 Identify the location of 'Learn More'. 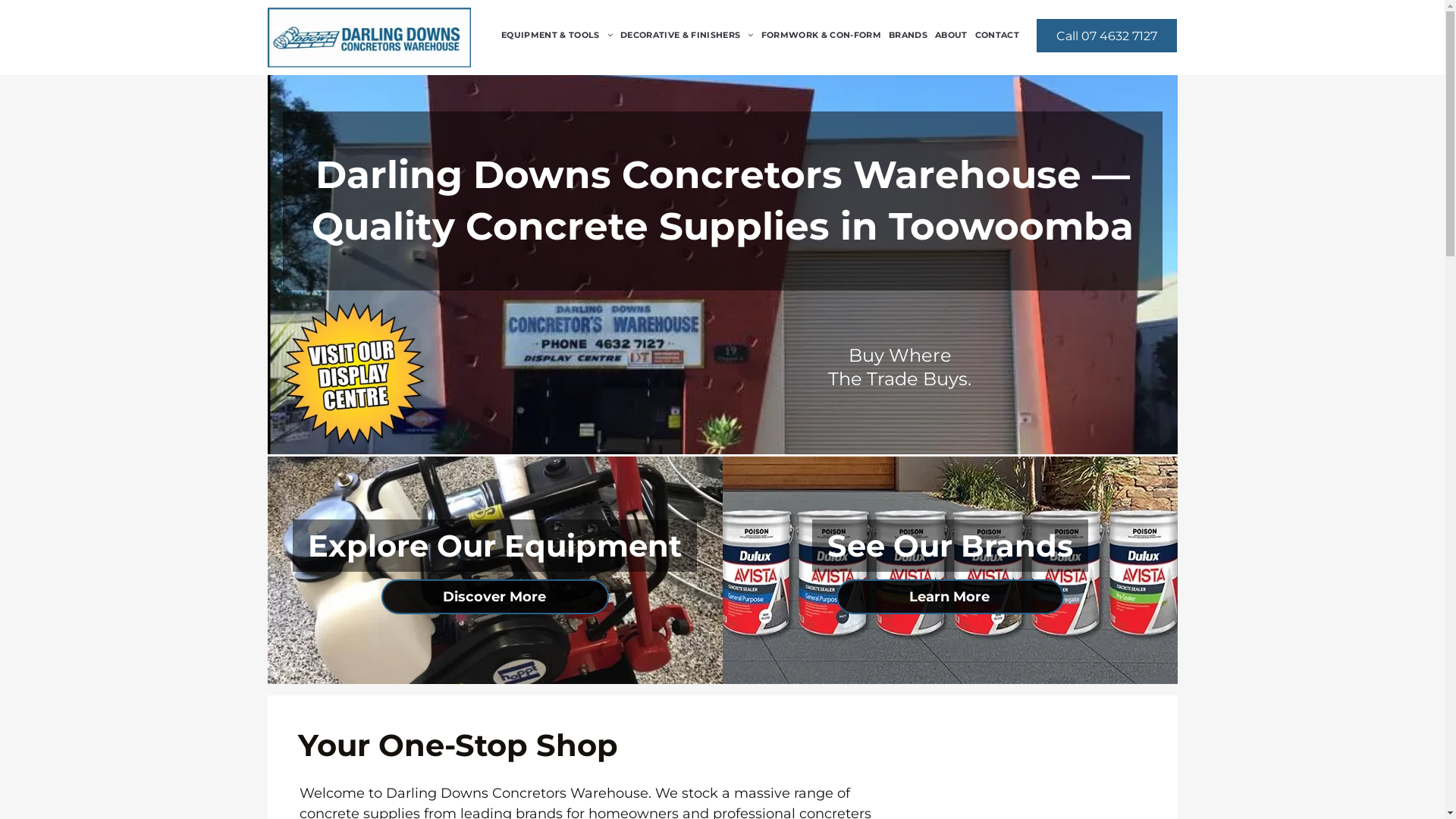
(949, 595).